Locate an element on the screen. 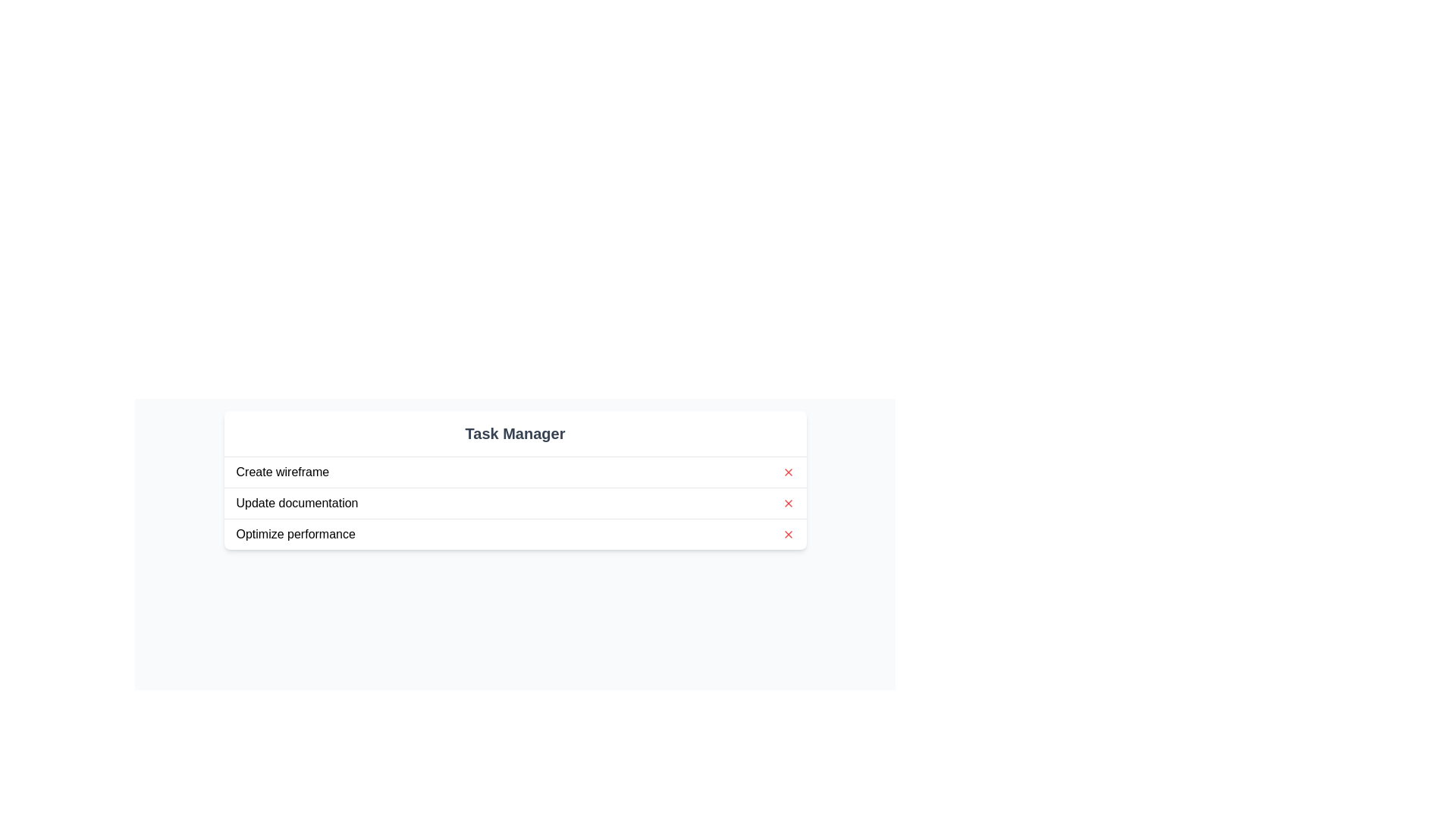 The height and width of the screenshot is (819, 1456). the task labeled 'Update documentation' in the task list is located at coordinates (515, 503).